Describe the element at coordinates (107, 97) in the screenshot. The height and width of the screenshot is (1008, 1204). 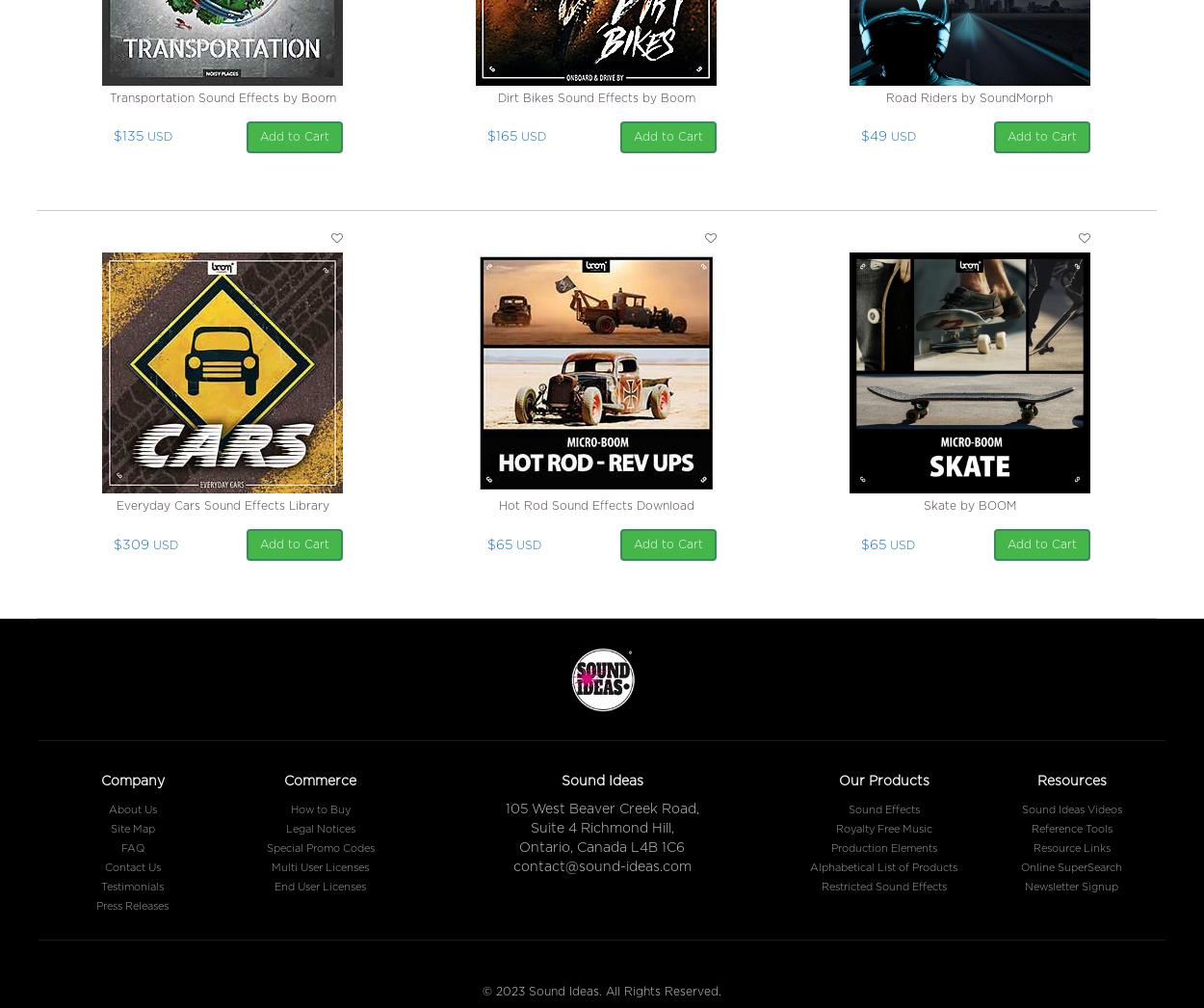
I see `'Transportation Sound Effects by Boom'` at that location.